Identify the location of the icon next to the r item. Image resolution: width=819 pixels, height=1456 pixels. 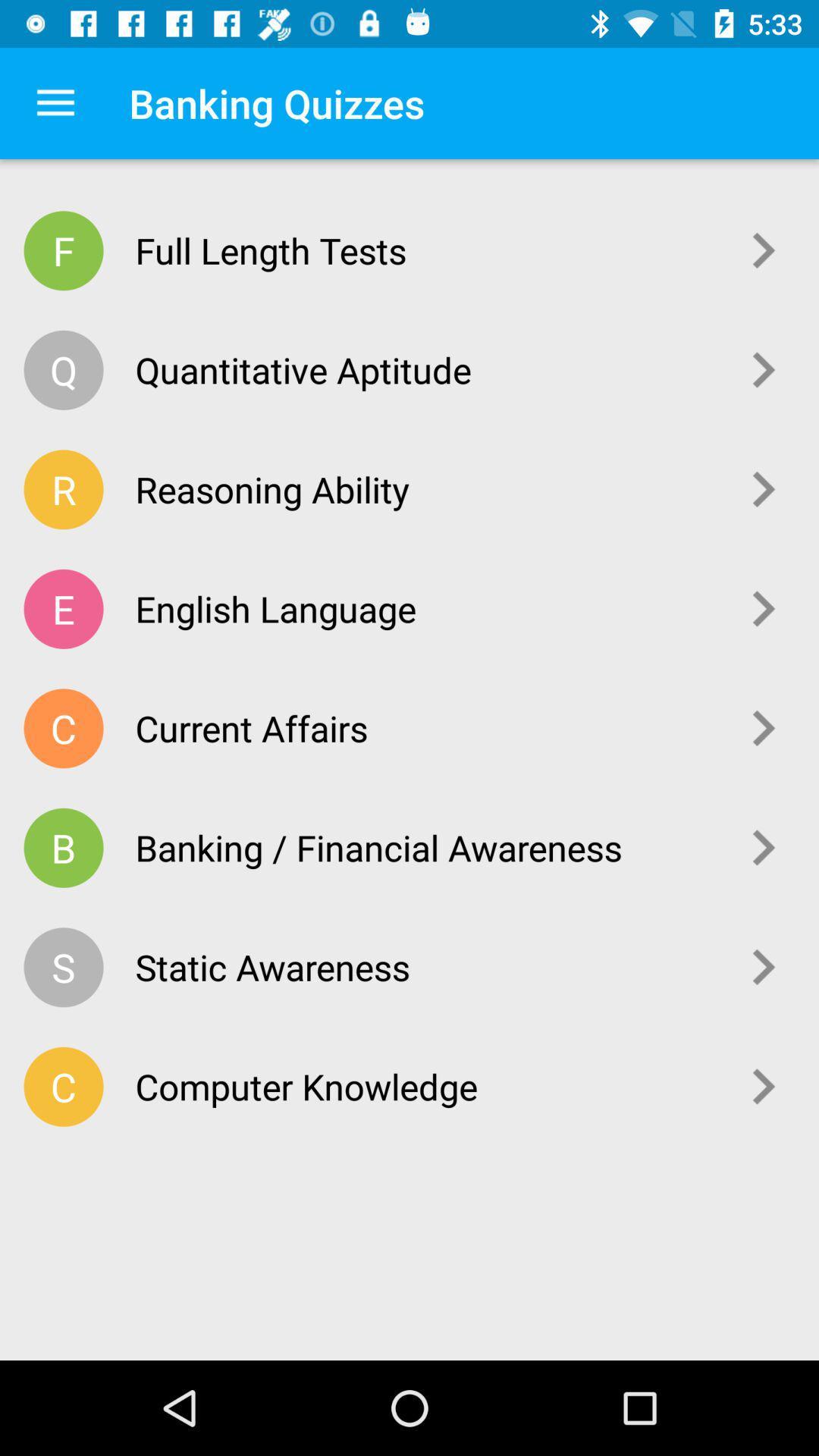
(425, 489).